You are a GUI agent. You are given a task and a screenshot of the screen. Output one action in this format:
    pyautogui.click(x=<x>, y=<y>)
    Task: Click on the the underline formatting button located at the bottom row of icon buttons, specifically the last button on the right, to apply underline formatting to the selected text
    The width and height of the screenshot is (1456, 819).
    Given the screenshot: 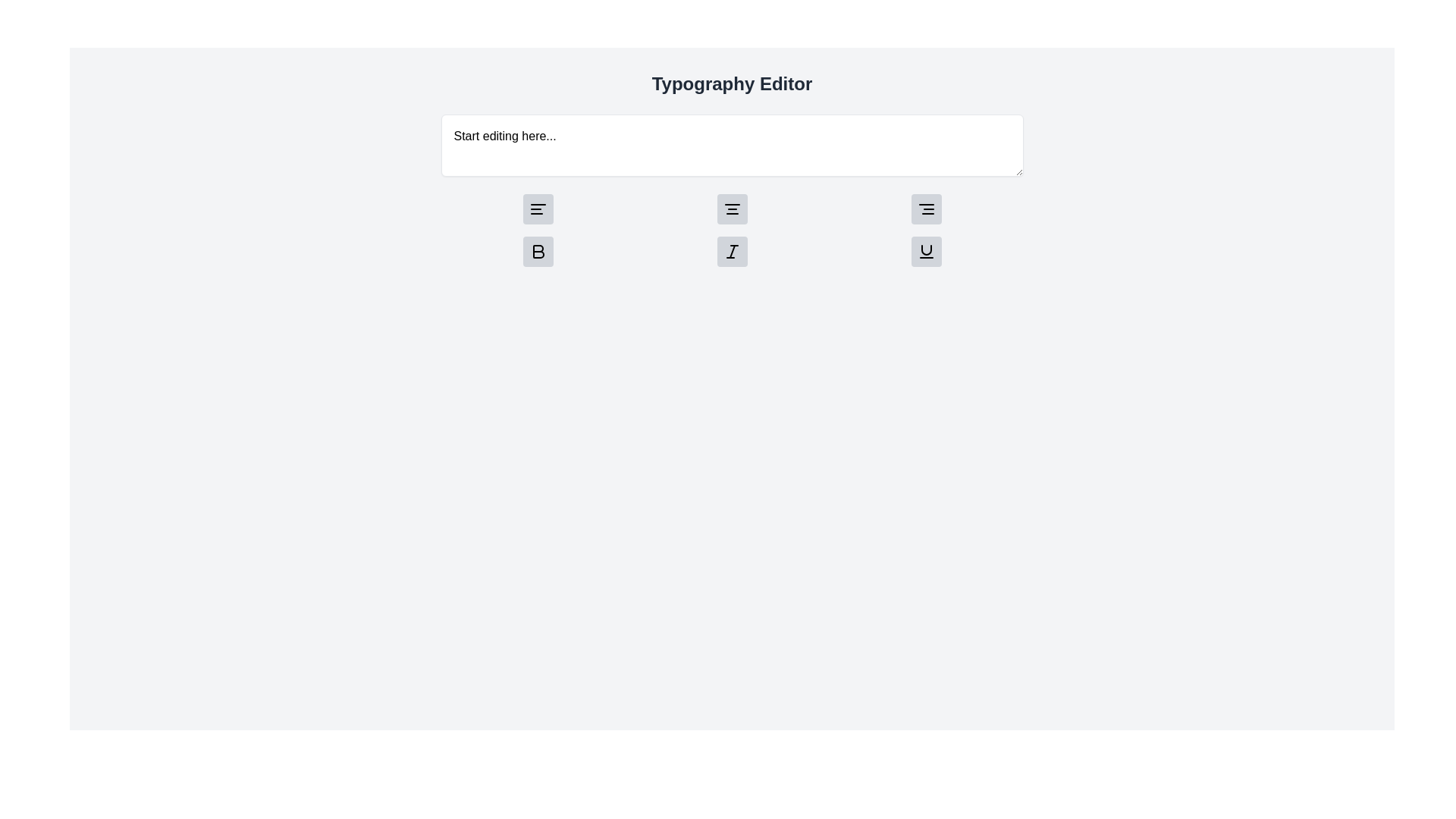 What is the action you would take?
    pyautogui.click(x=925, y=250)
    